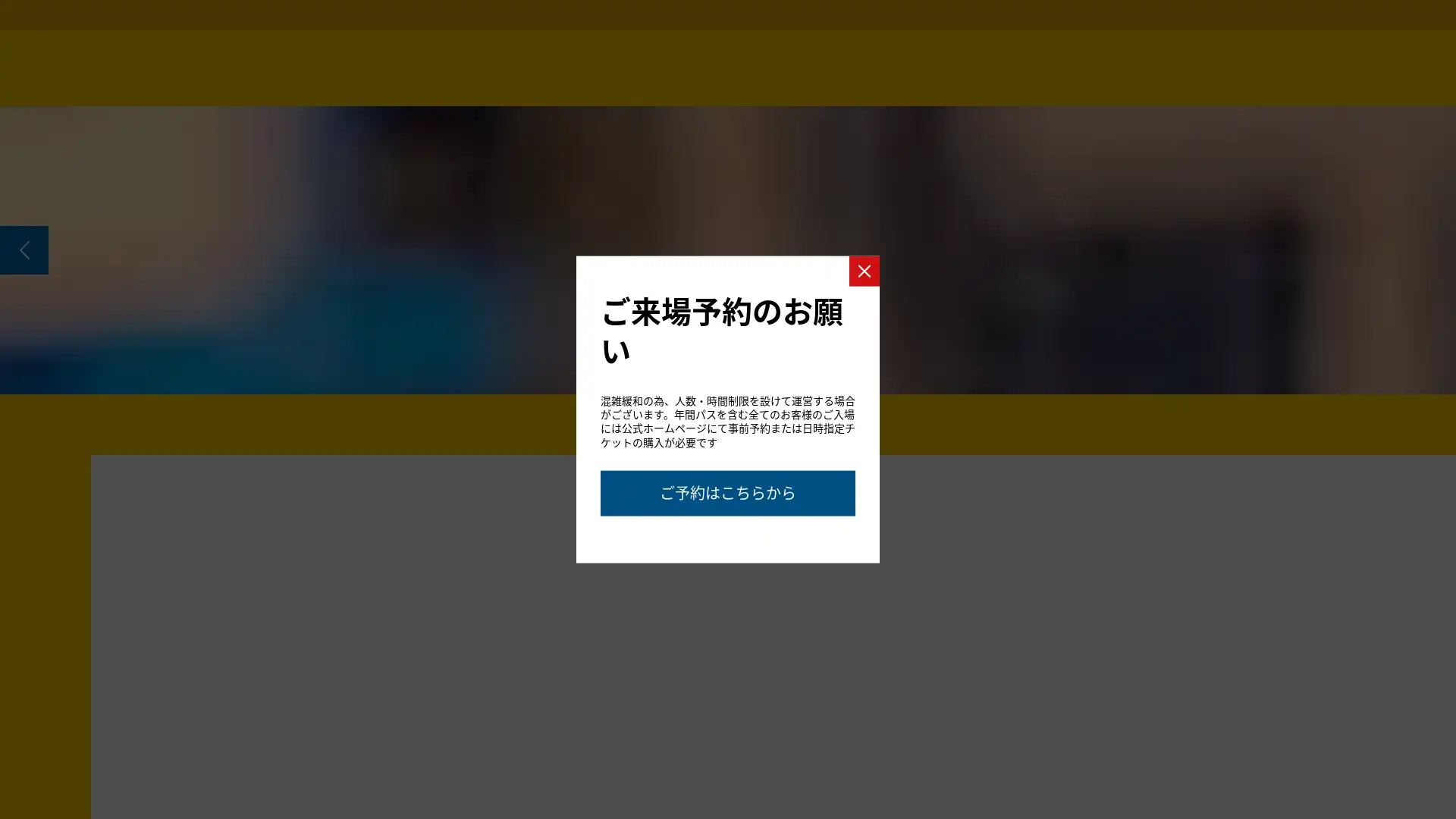 The width and height of the screenshot is (1456, 819). Describe the element at coordinates (728, 587) in the screenshot. I see `Go to slide 2` at that location.